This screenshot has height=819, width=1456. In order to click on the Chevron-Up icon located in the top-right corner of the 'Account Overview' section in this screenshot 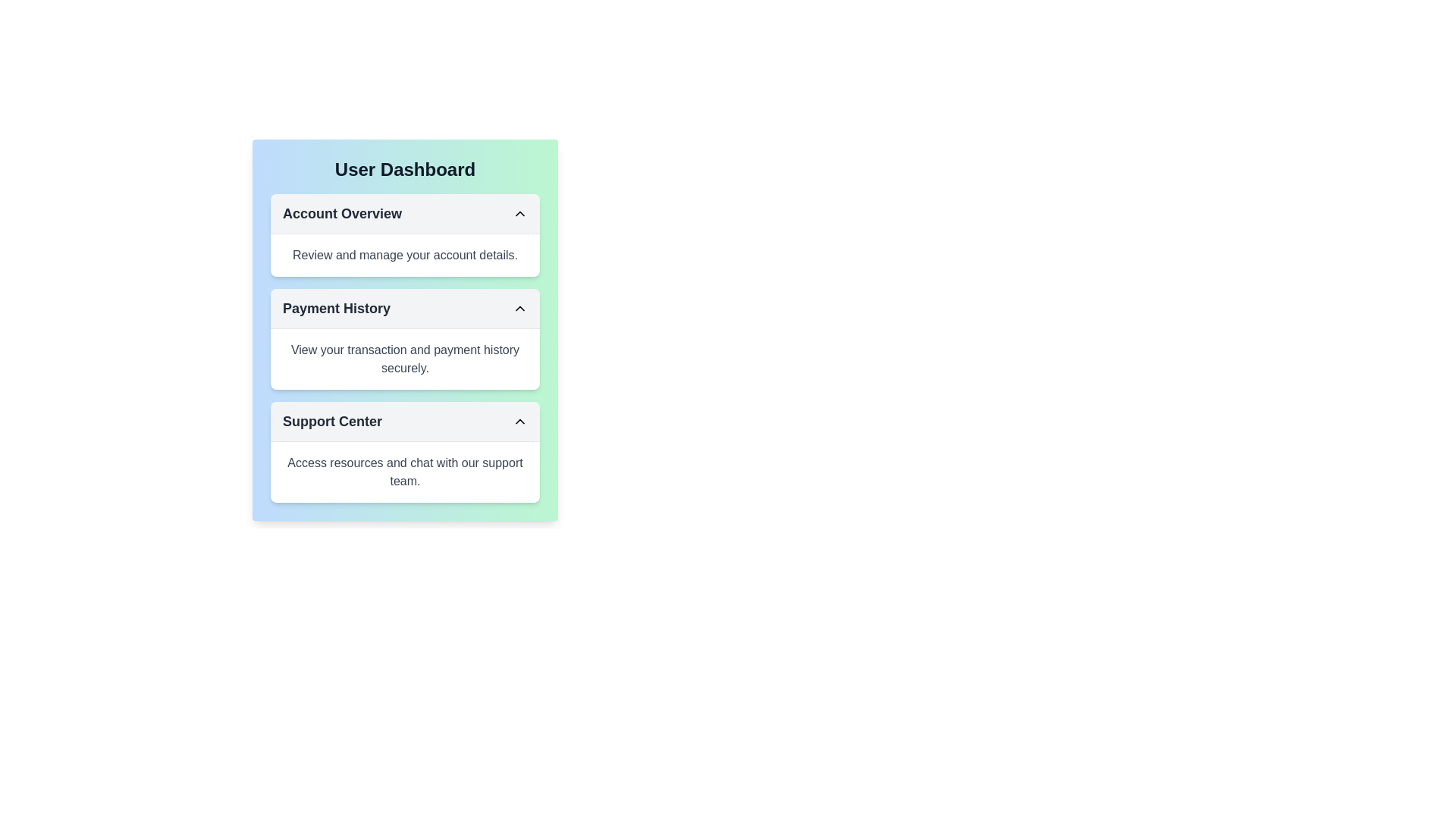, I will do `click(520, 213)`.